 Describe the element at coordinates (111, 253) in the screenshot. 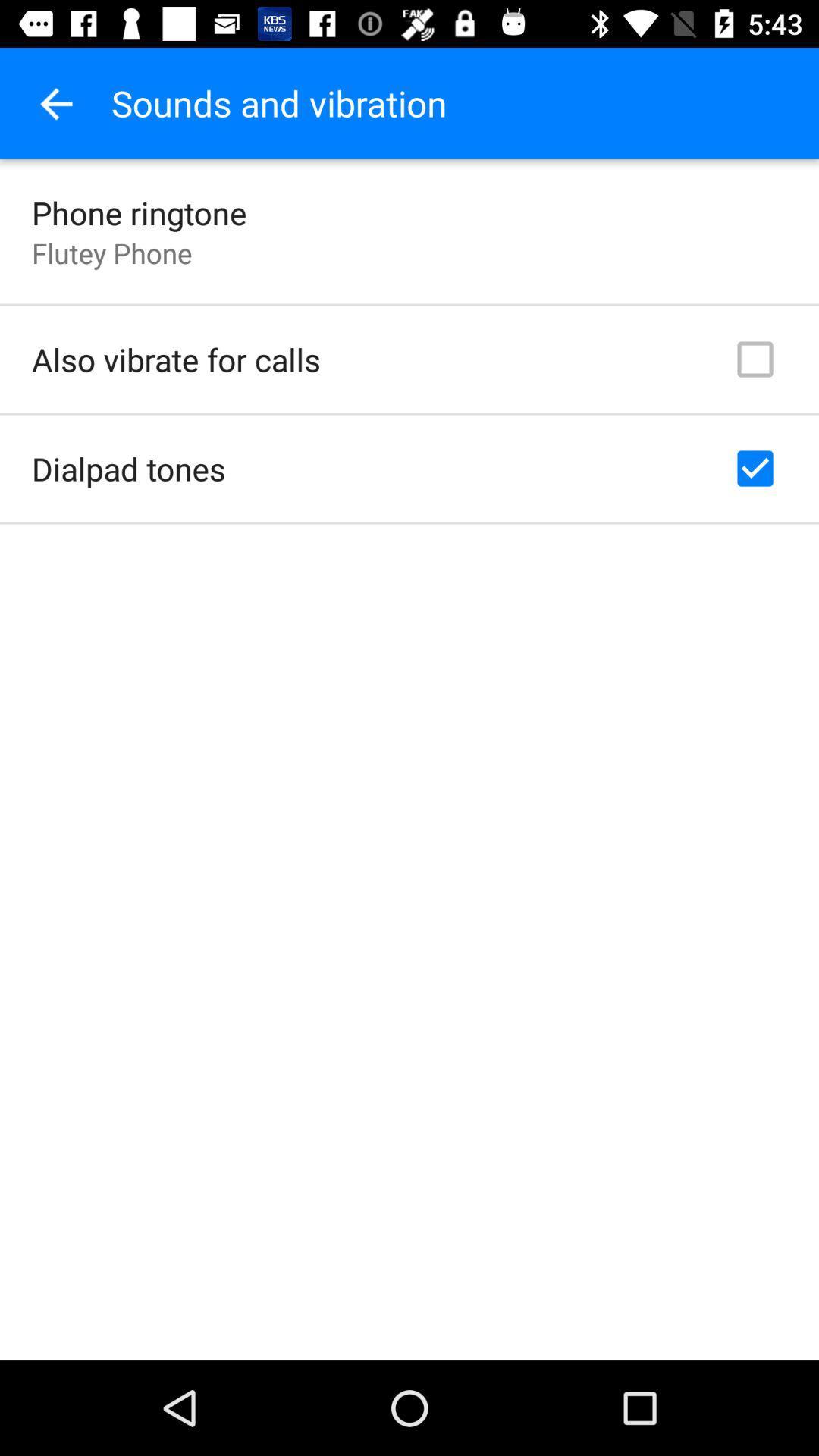

I see `icon below phone ringtone item` at that location.